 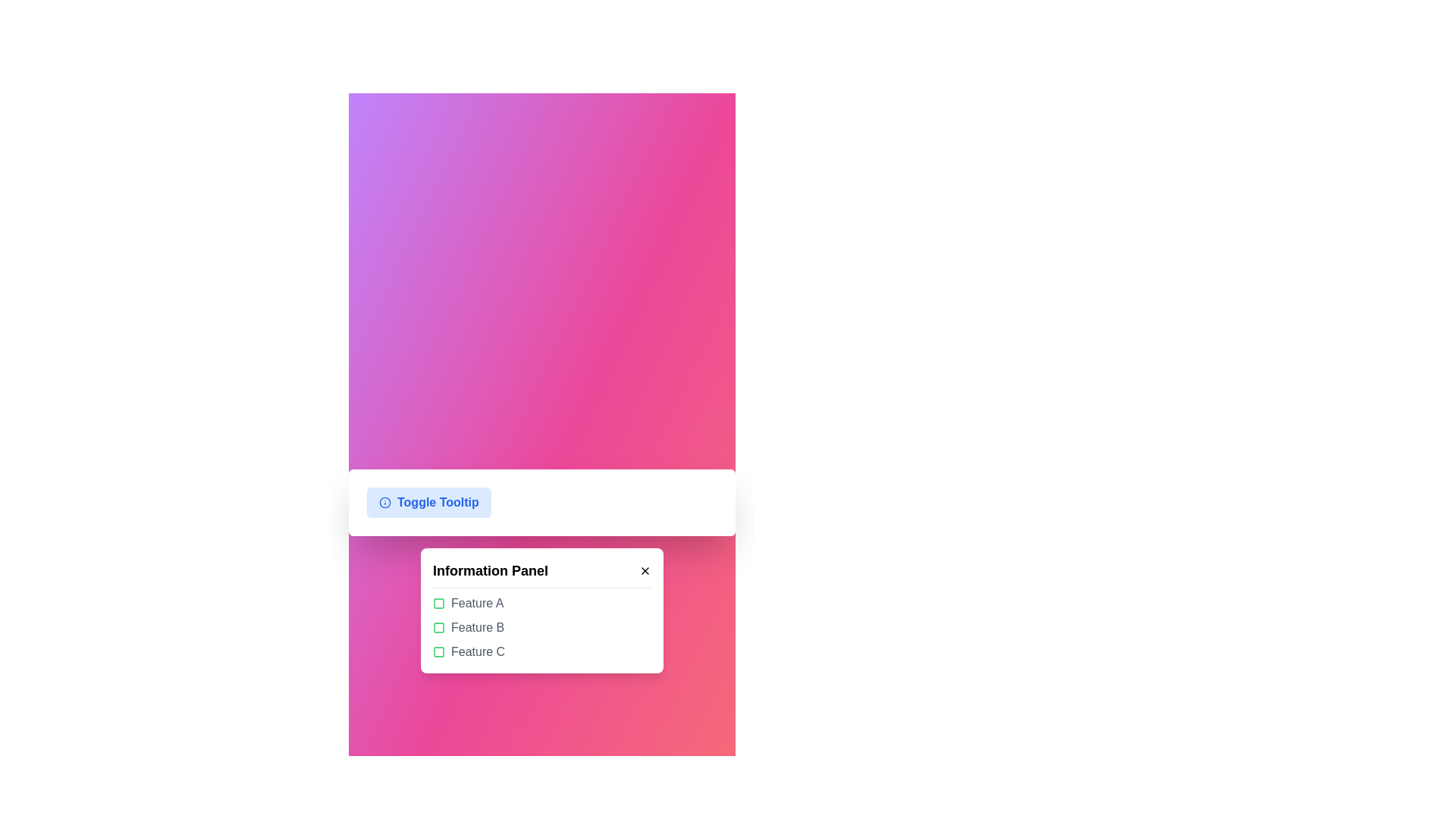 I want to click on the checkbox for 'Feature B' in the 'Information Panel' to provide visual feedback, so click(x=438, y=628).